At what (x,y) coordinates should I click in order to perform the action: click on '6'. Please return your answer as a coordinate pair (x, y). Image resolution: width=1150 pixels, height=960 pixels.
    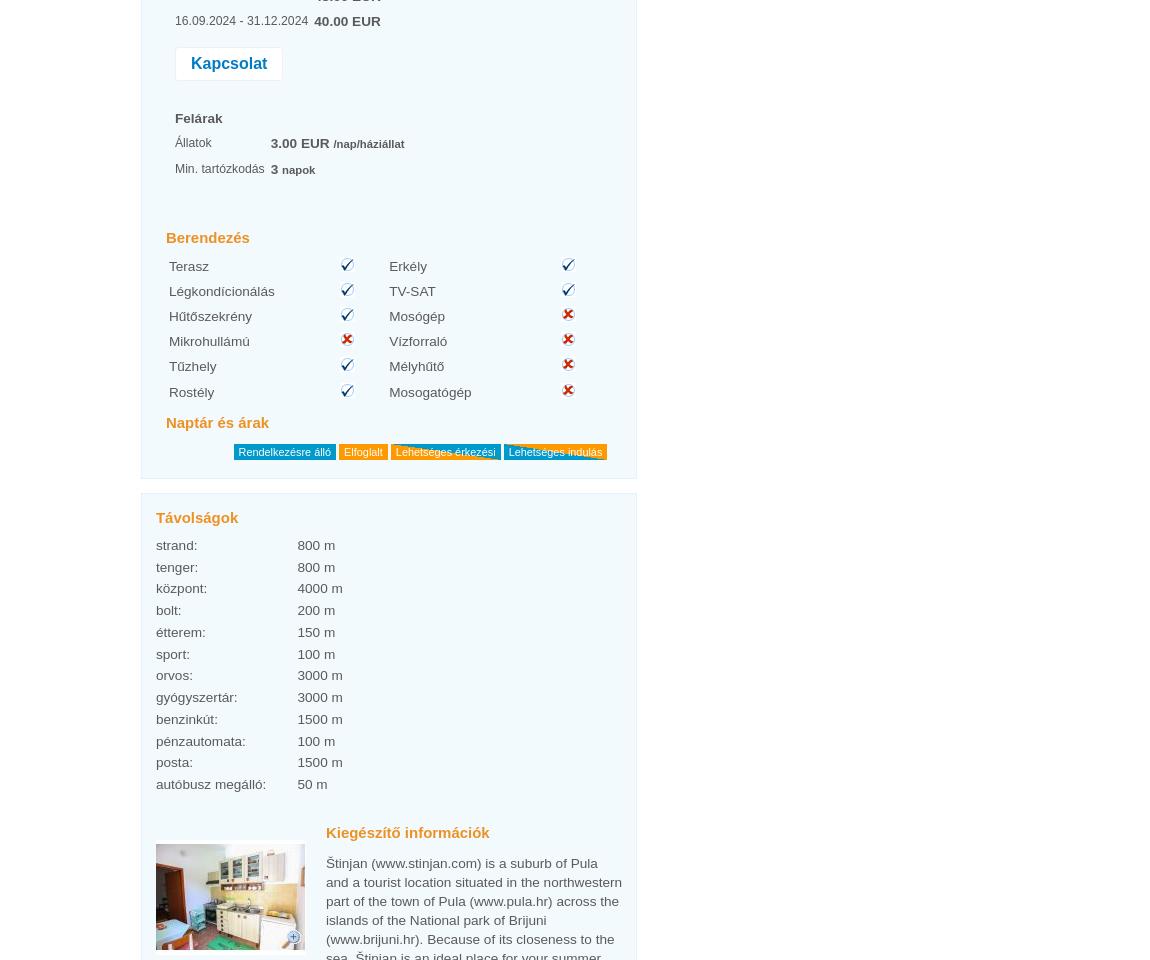
    Looking at the image, I should click on (483, 57).